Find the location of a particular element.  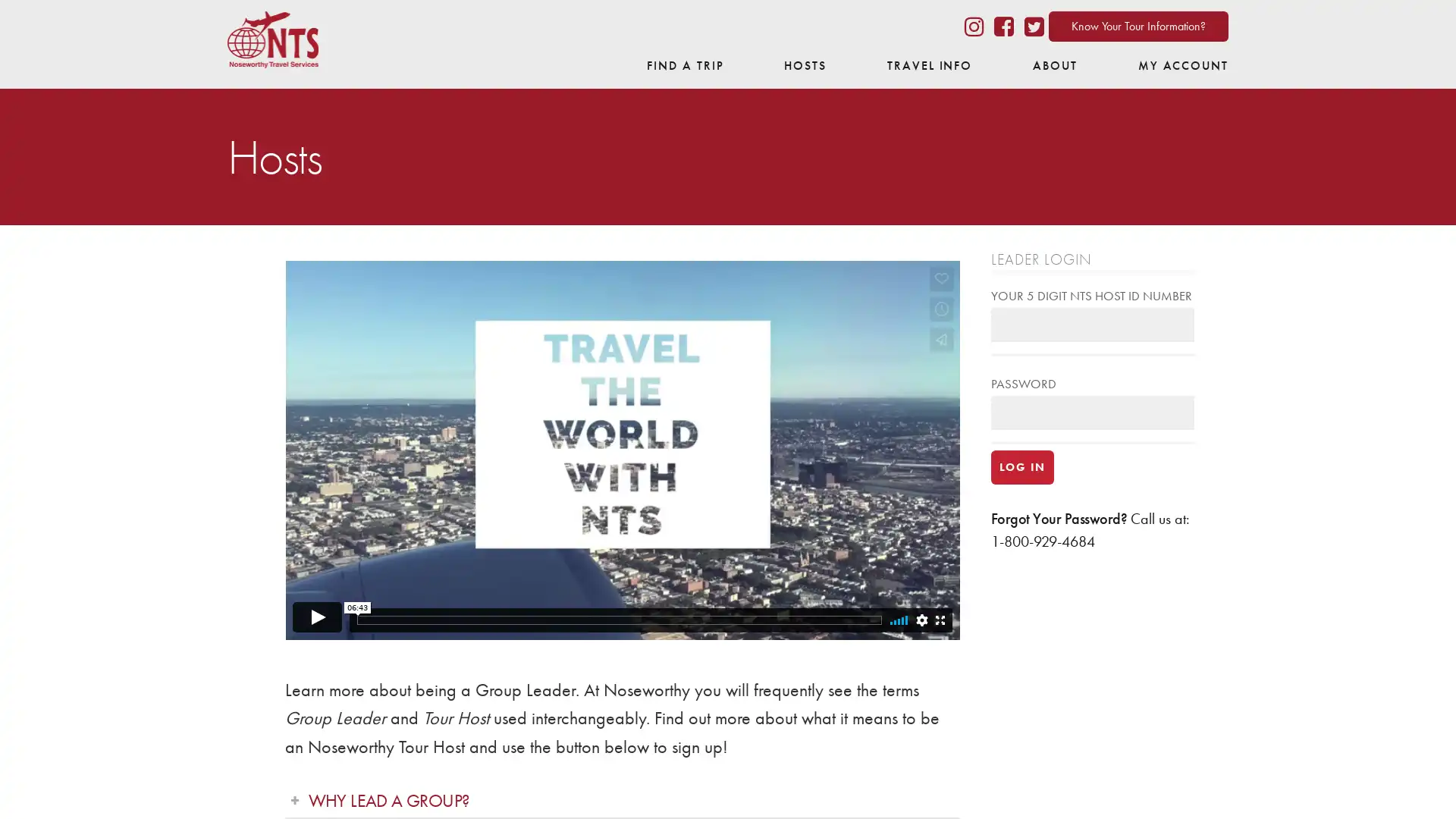

LOG IN is located at coordinates (1022, 466).